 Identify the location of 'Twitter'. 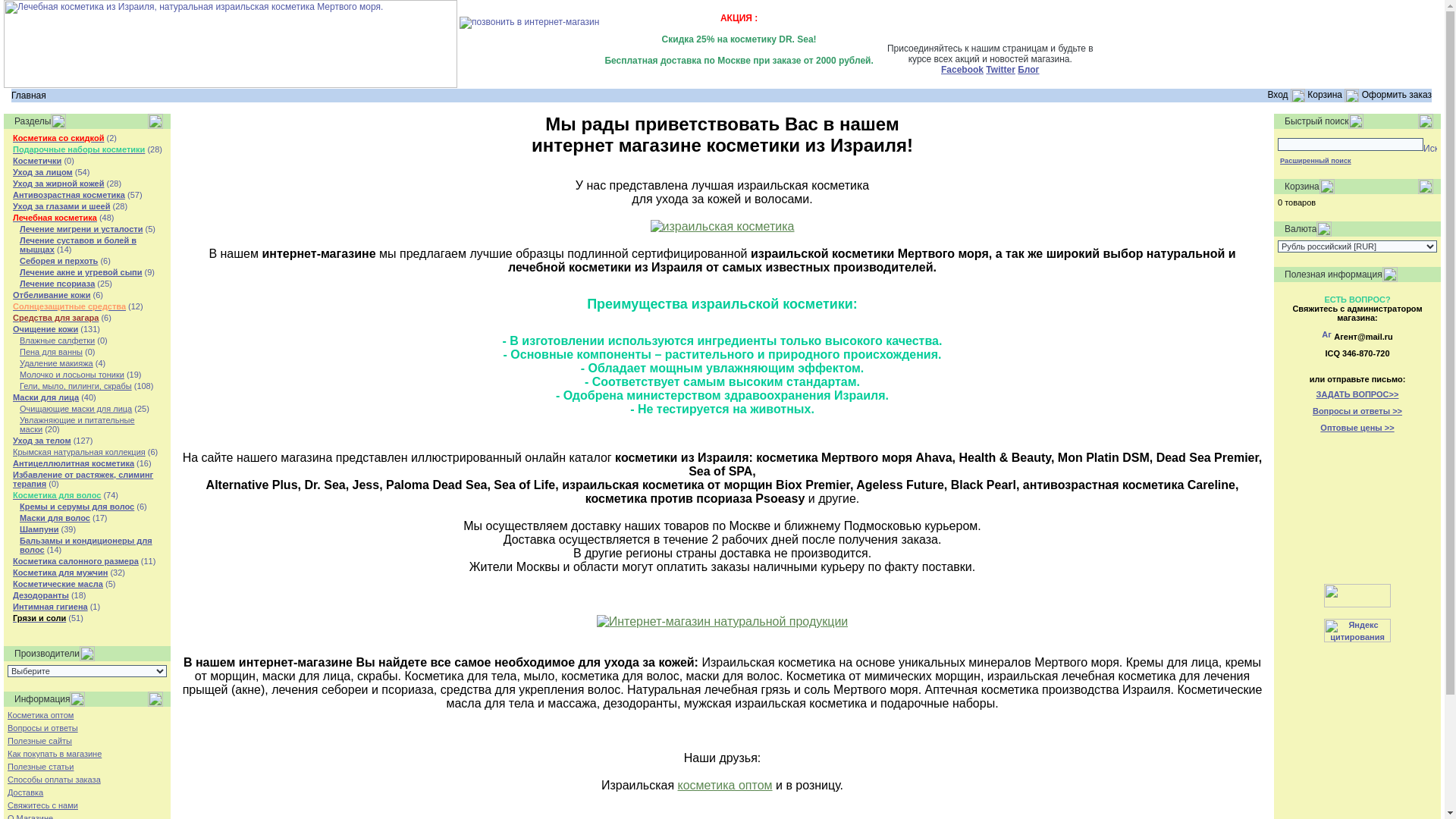
(1000, 70).